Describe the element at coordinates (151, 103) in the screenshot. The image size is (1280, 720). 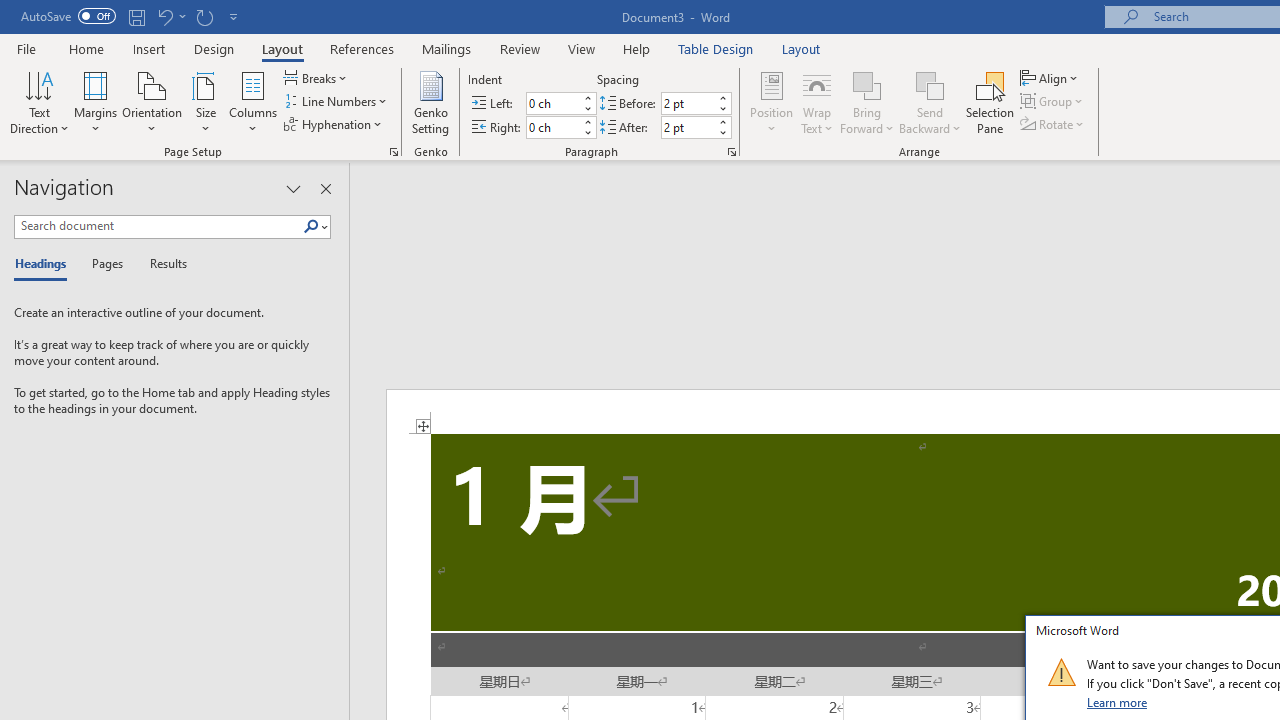
I see `'Orientation'` at that location.